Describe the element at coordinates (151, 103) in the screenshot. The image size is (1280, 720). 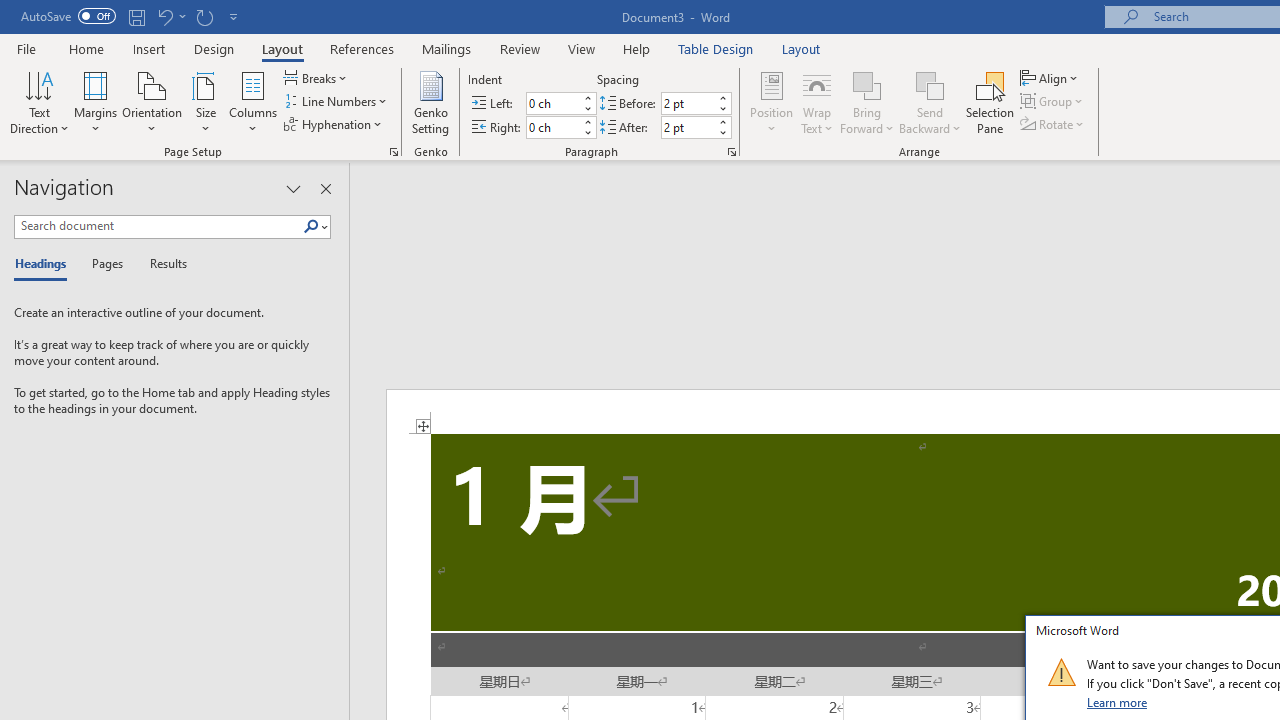
I see `'Orientation'` at that location.